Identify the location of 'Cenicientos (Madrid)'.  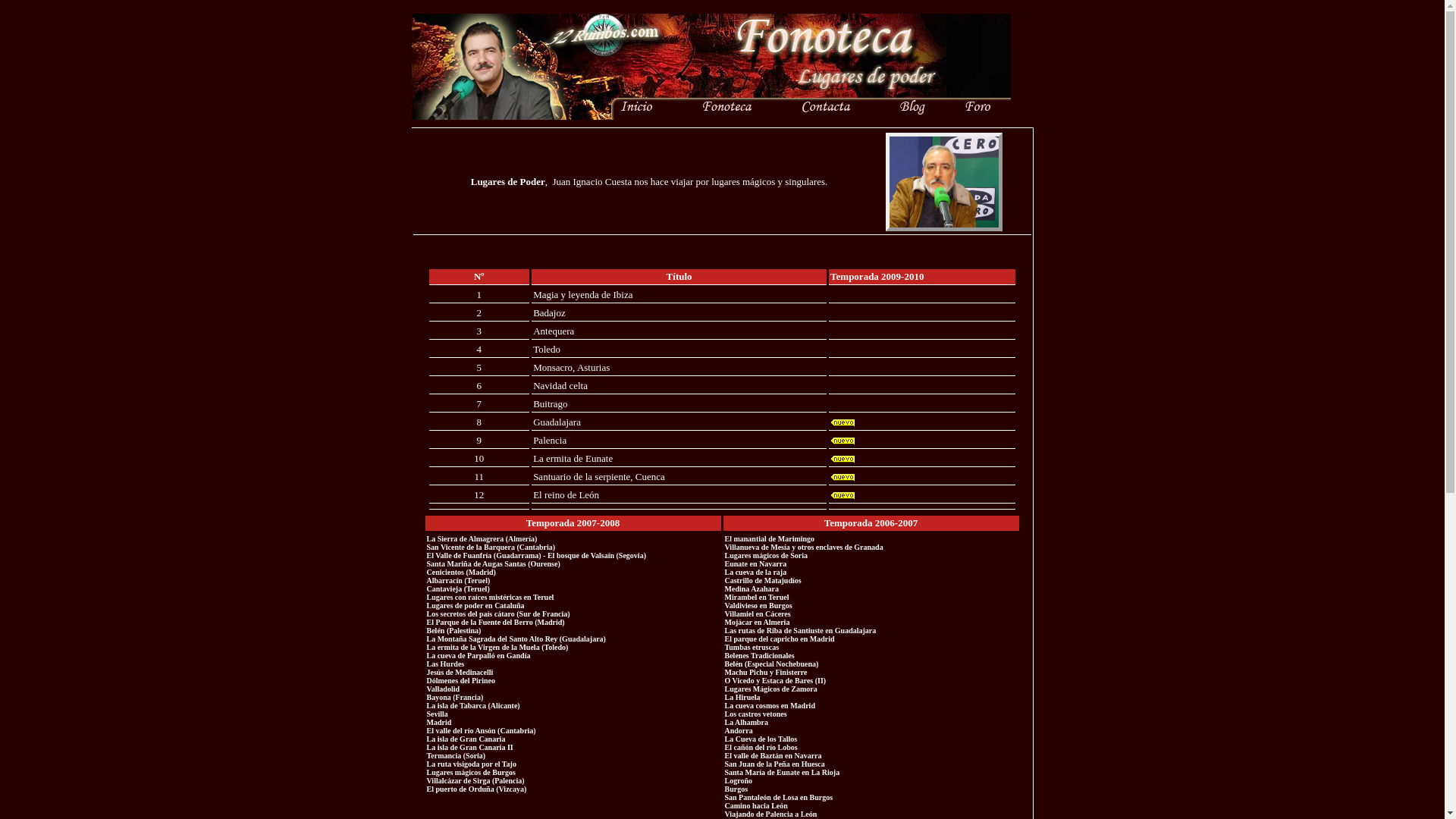
(425, 572).